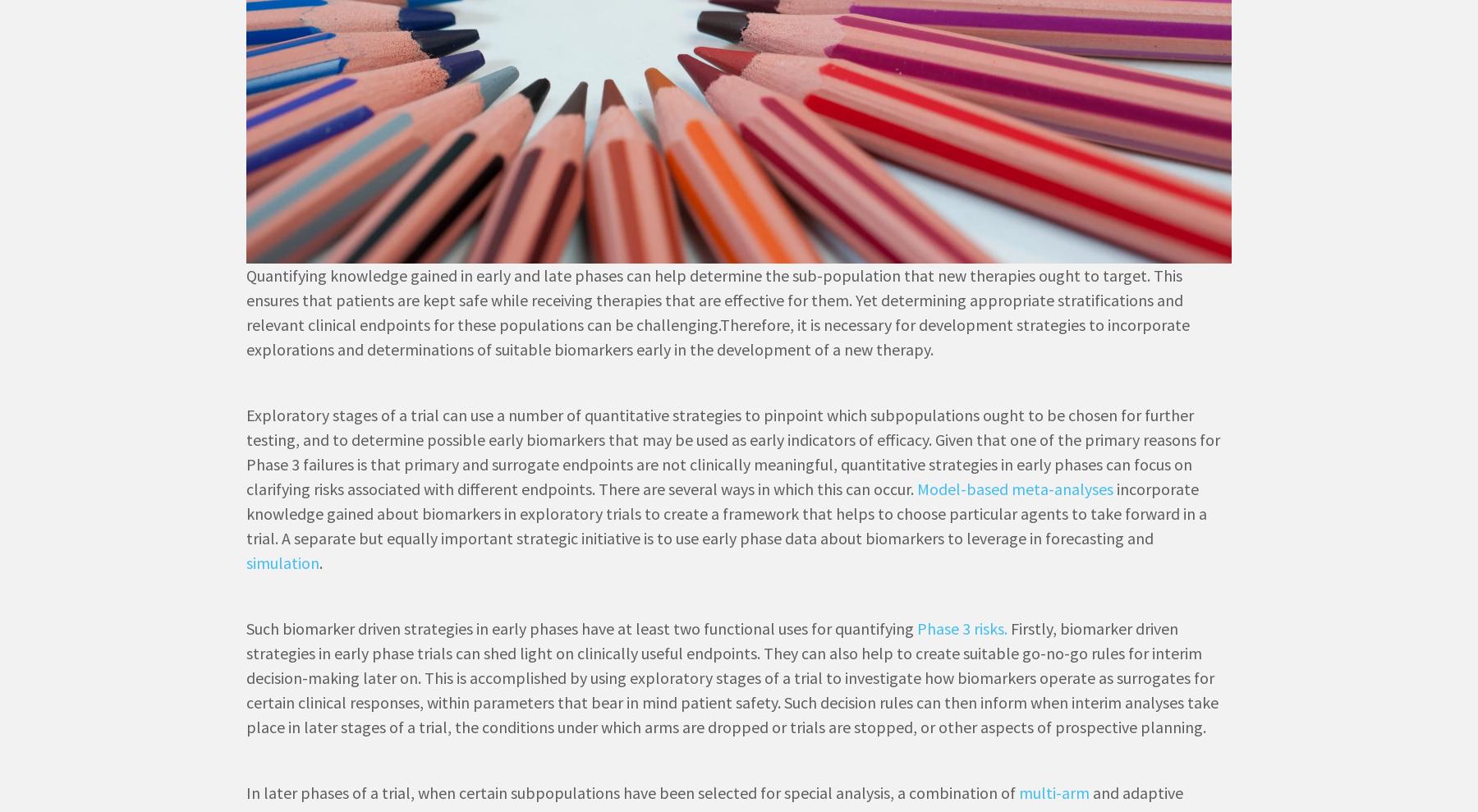 Image resolution: width=1478 pixels, height=812 pixels. Describe the element at coordinates (581, 628) in the screenshot. I see `'Such biomarker driven strategies in early phases have at least two functional uses for quantifying'` at that location.